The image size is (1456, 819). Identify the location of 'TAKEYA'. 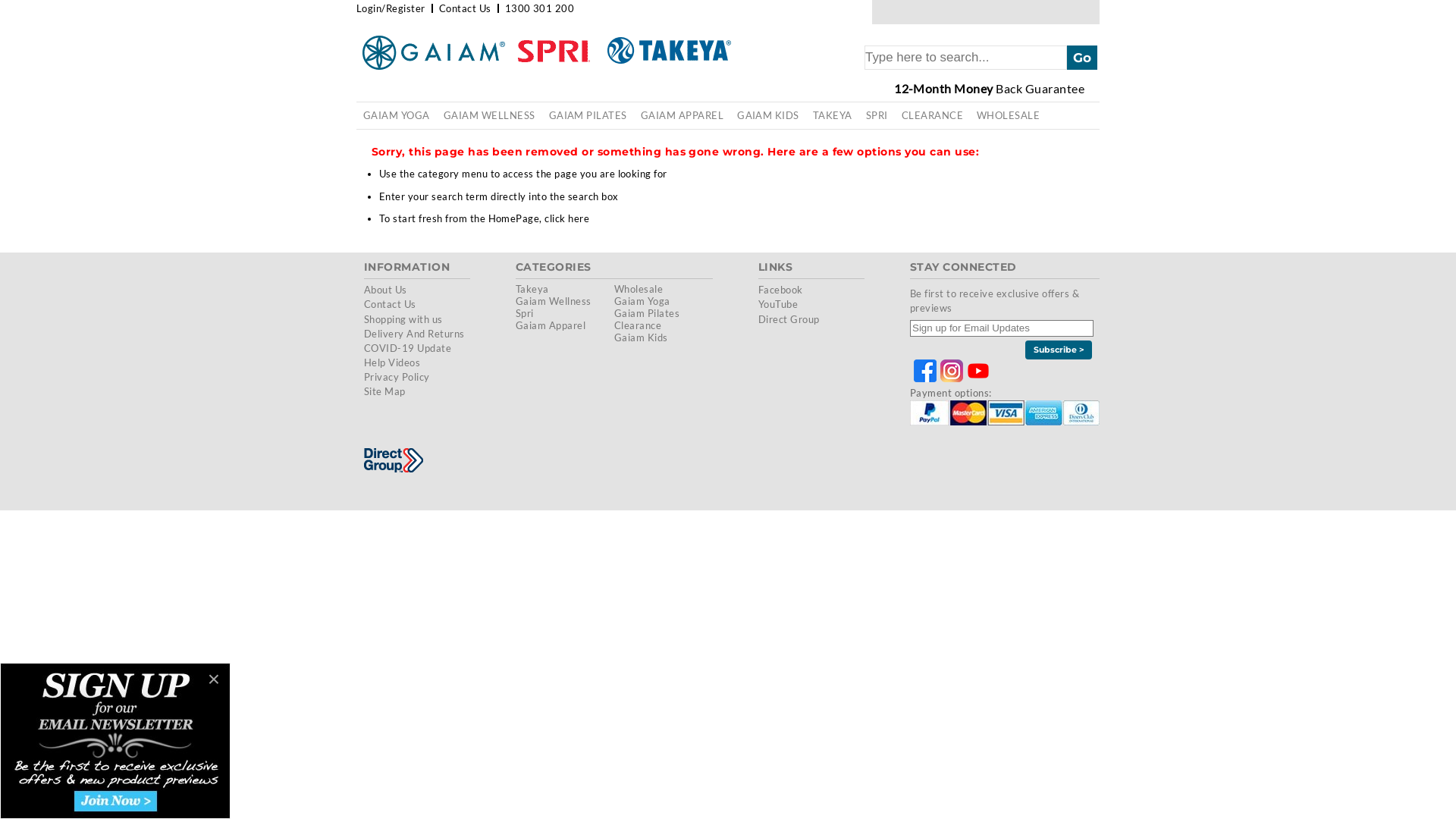
(832, 115).